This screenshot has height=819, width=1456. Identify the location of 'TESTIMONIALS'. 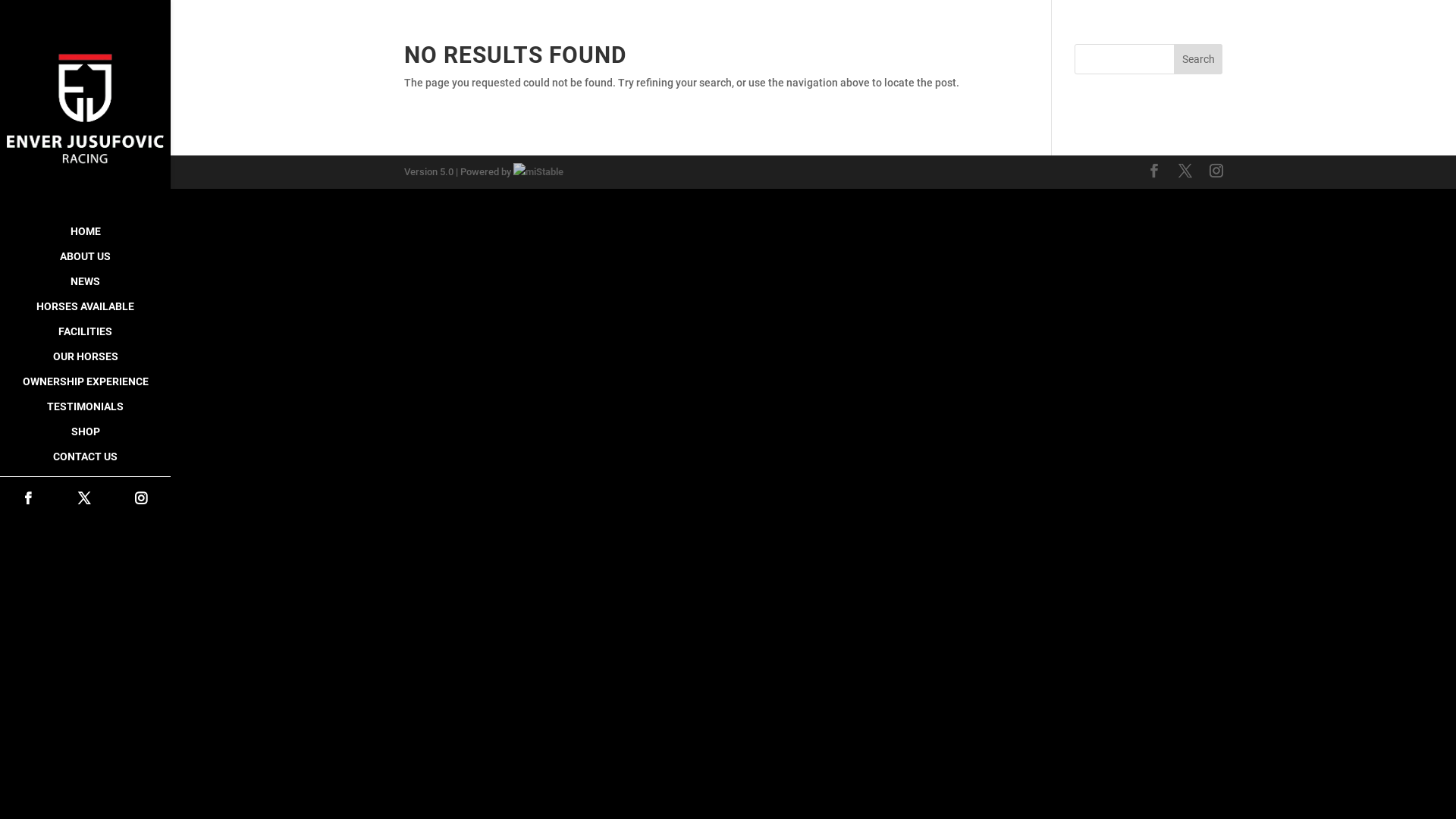
(84, 413).